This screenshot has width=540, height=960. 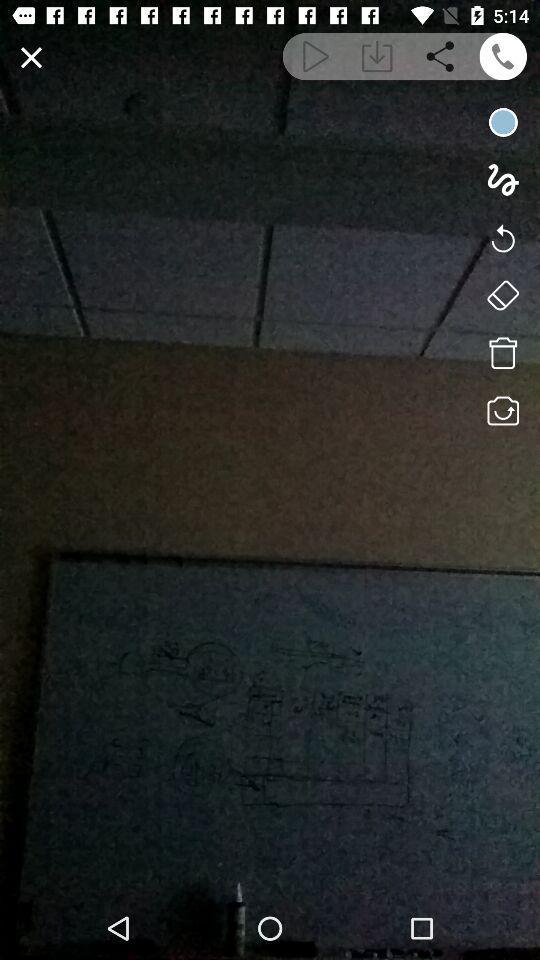 I want to click on download, so click(x=377, y=55).